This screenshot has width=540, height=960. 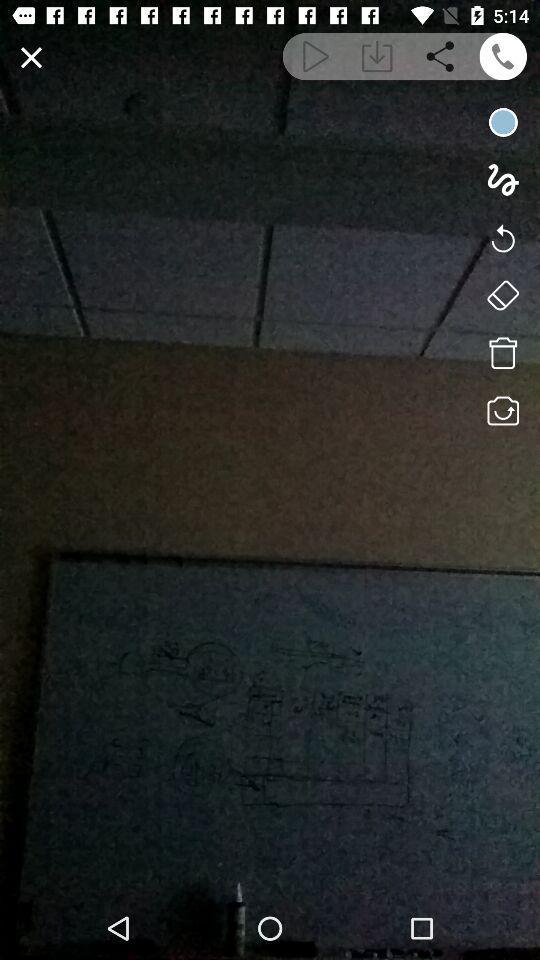 I want to click on download, so click(x=377, y=55).